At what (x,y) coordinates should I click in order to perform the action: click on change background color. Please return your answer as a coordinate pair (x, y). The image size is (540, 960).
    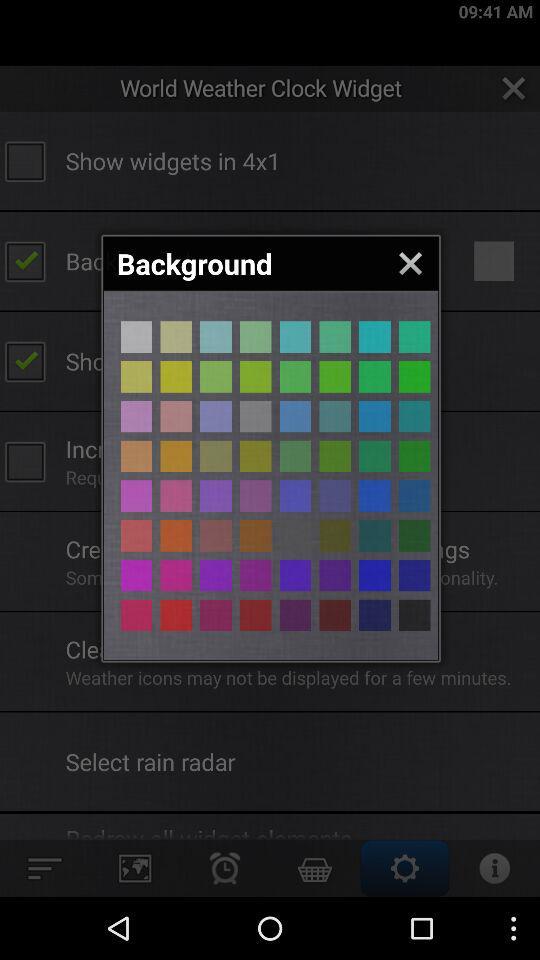
    Looking at the image, I should click on (215, 614).